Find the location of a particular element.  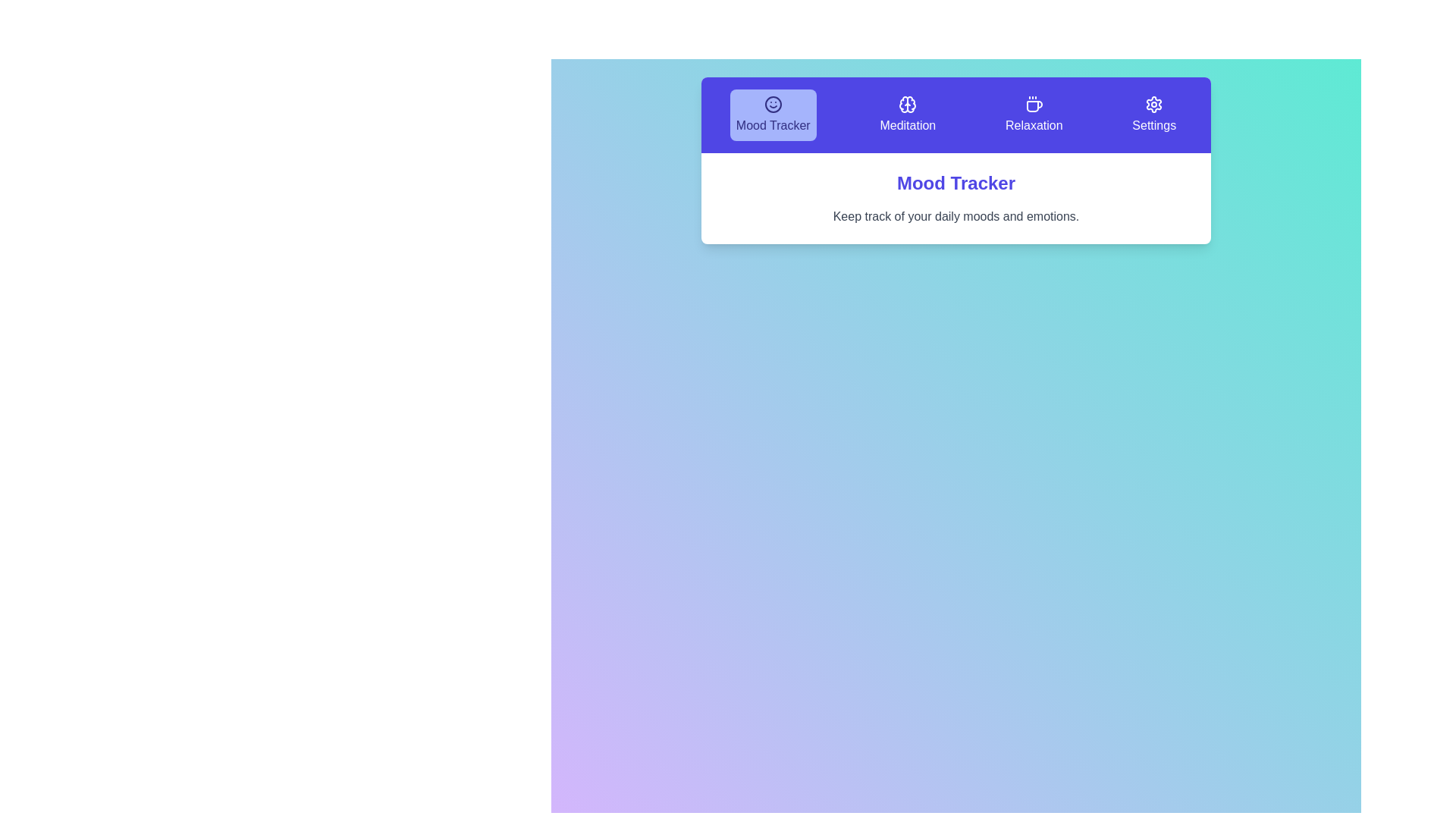

the brain-shaped icon with a white outline, located in the 'Meditation' menu item at the top of the interface is located at coordinates (908, 104).